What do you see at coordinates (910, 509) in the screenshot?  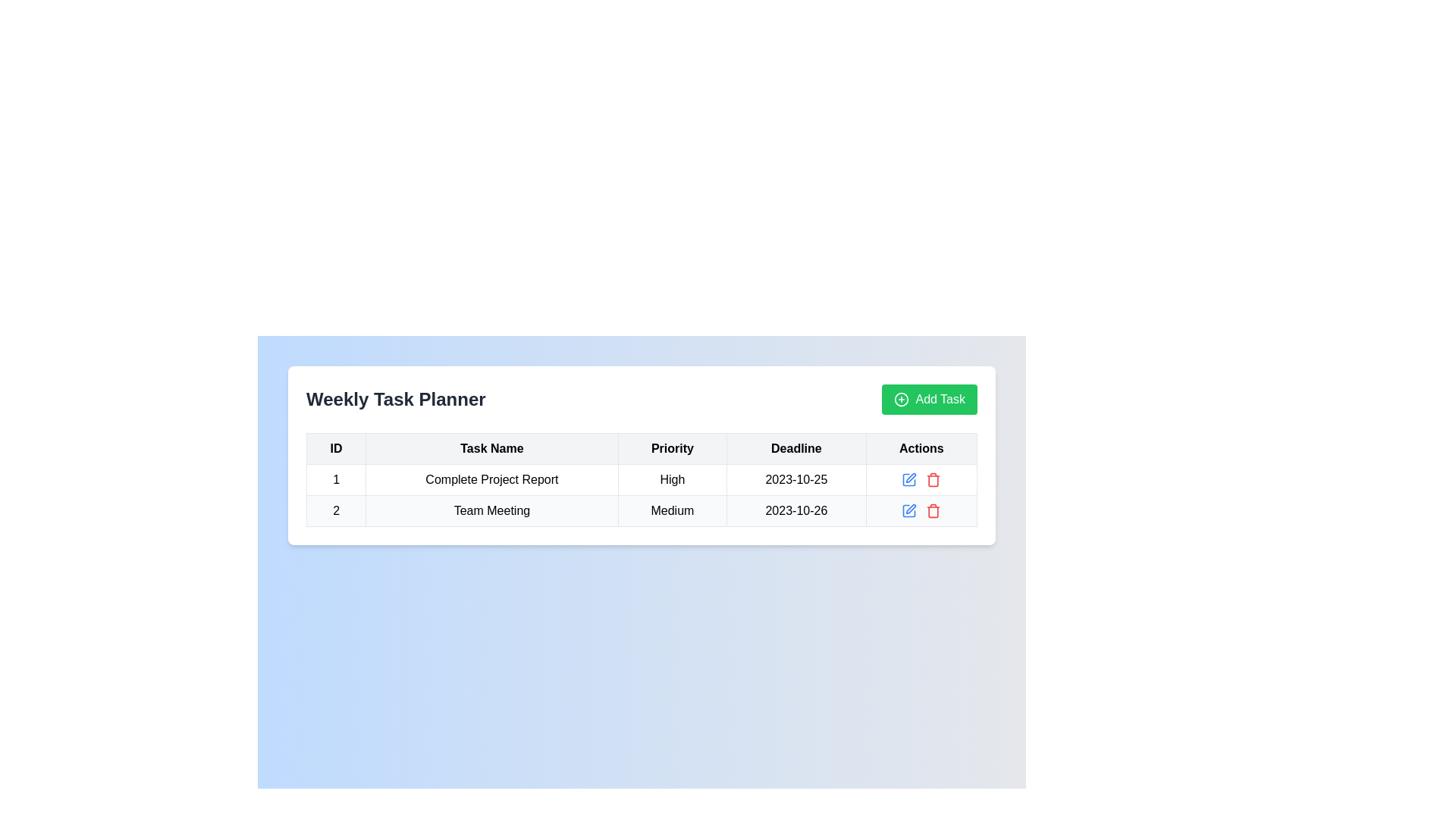 I see `the edit icon for the task 'Team Meeting' located in the 'Actions' column of the second row to initiate editing` at bounding box center [910, 509].